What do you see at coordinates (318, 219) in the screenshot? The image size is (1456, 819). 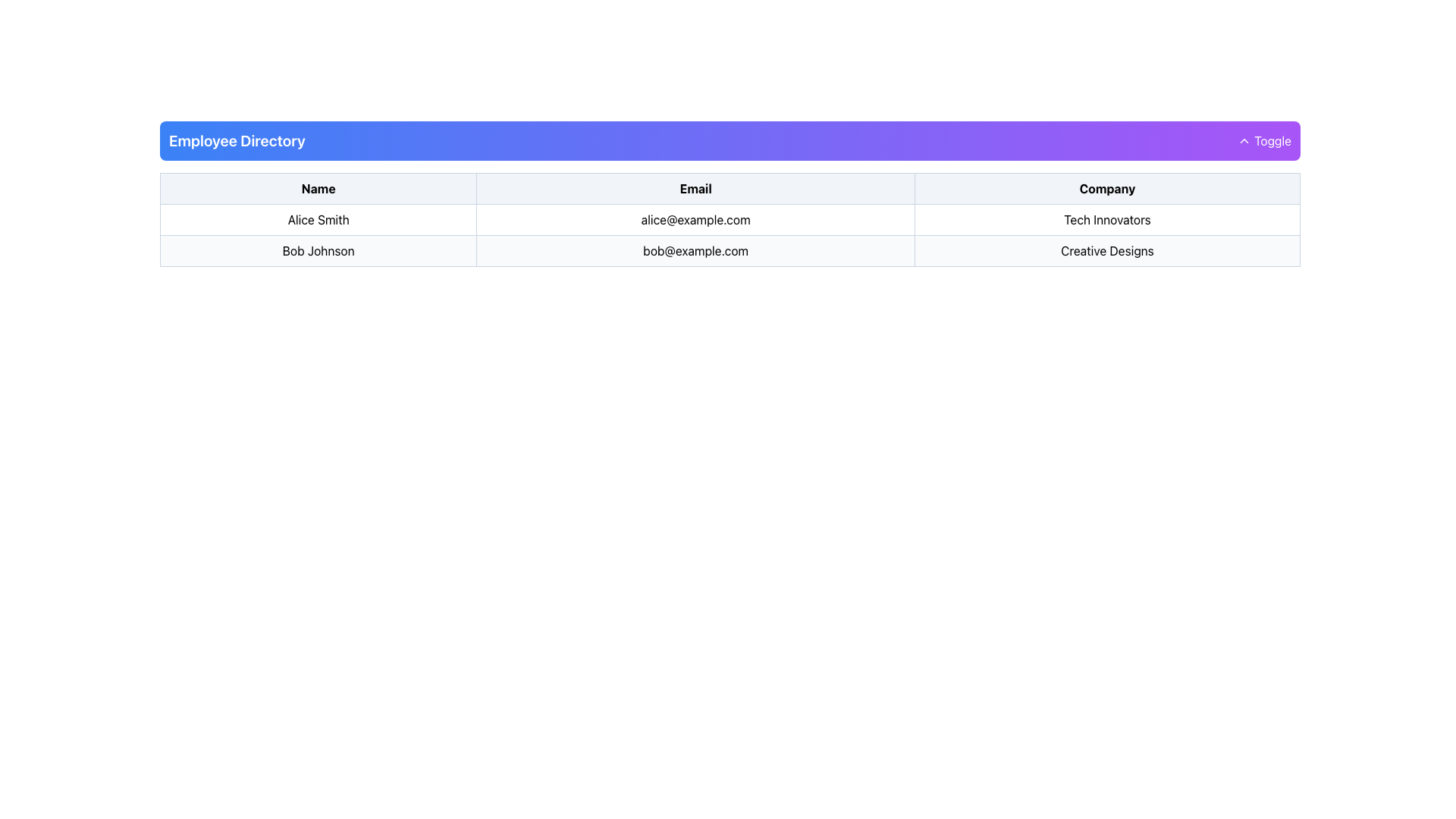 I see `text element displaying 'Alice Smith', which is styled with a border and located in the first row of the 'Name' column in the table` at bounding box center [318, 219].